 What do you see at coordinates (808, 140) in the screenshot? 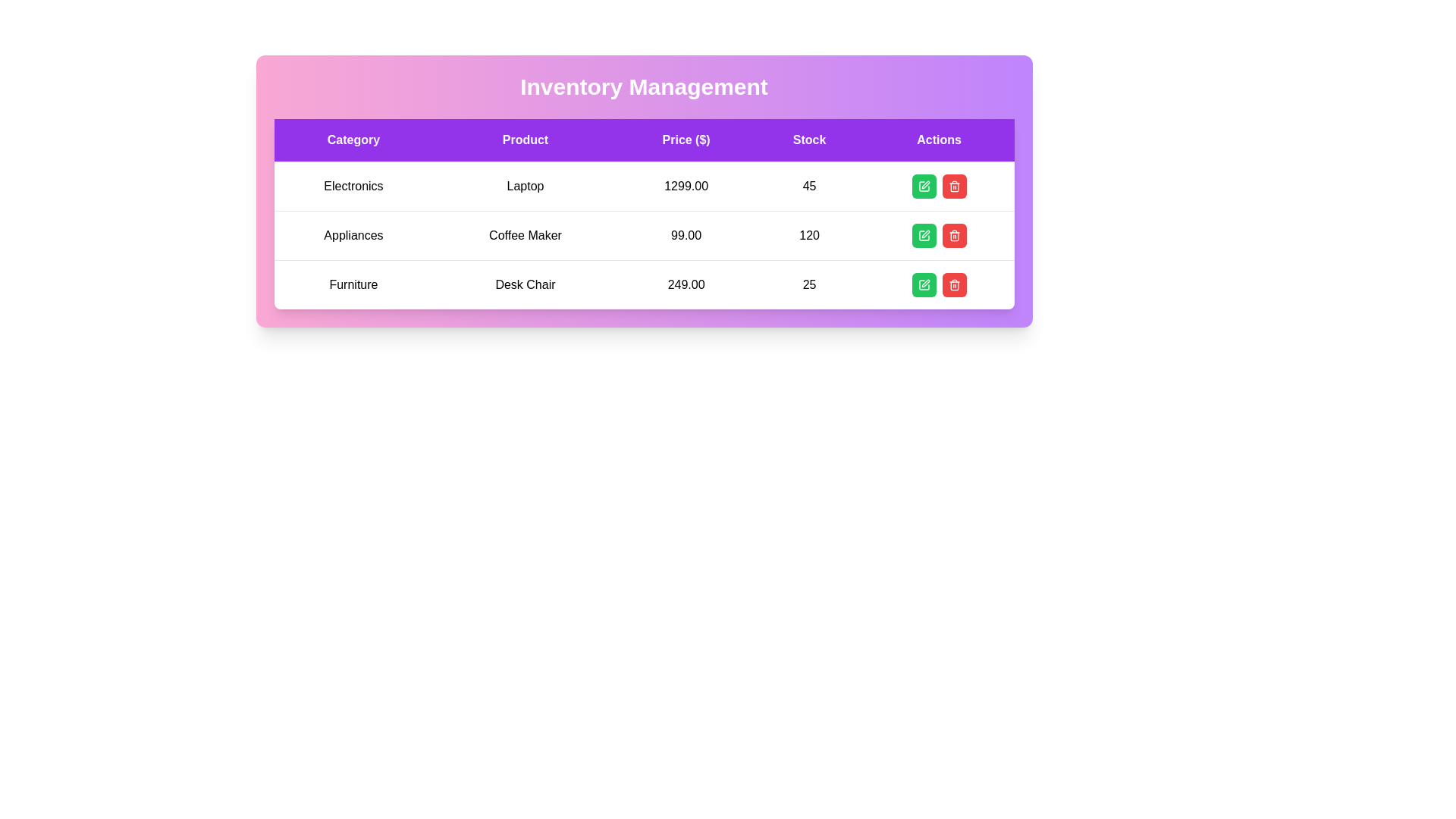
I see `the Table Header Cell labeled 'Stock', which is positioned fourth among its siblings between 'Price ($)' and 'Actions'` at bounding box center [808, 140].